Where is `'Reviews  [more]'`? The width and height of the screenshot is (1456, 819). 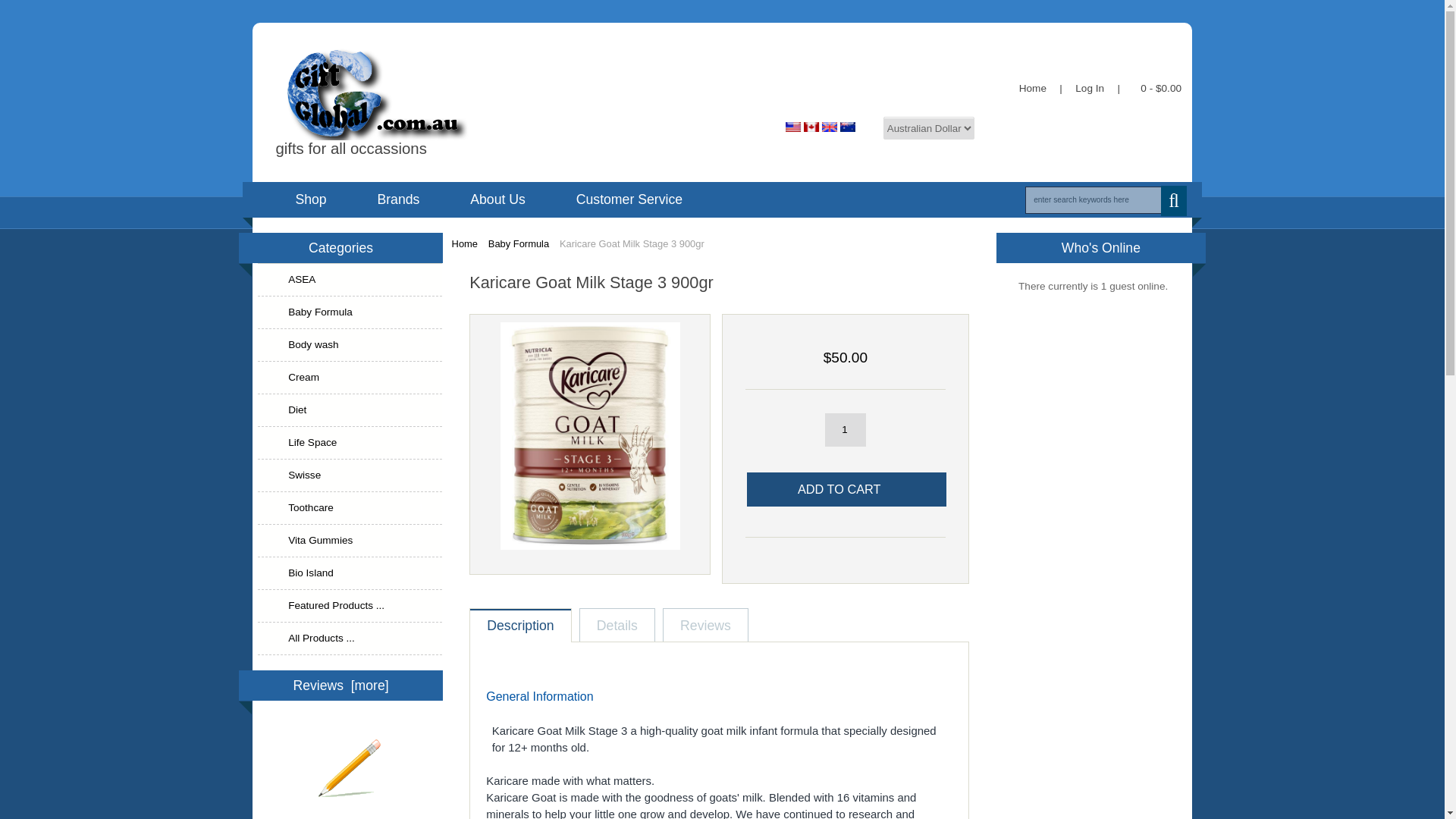
'Reviews  [more]' is located at coordinates (340, 685).